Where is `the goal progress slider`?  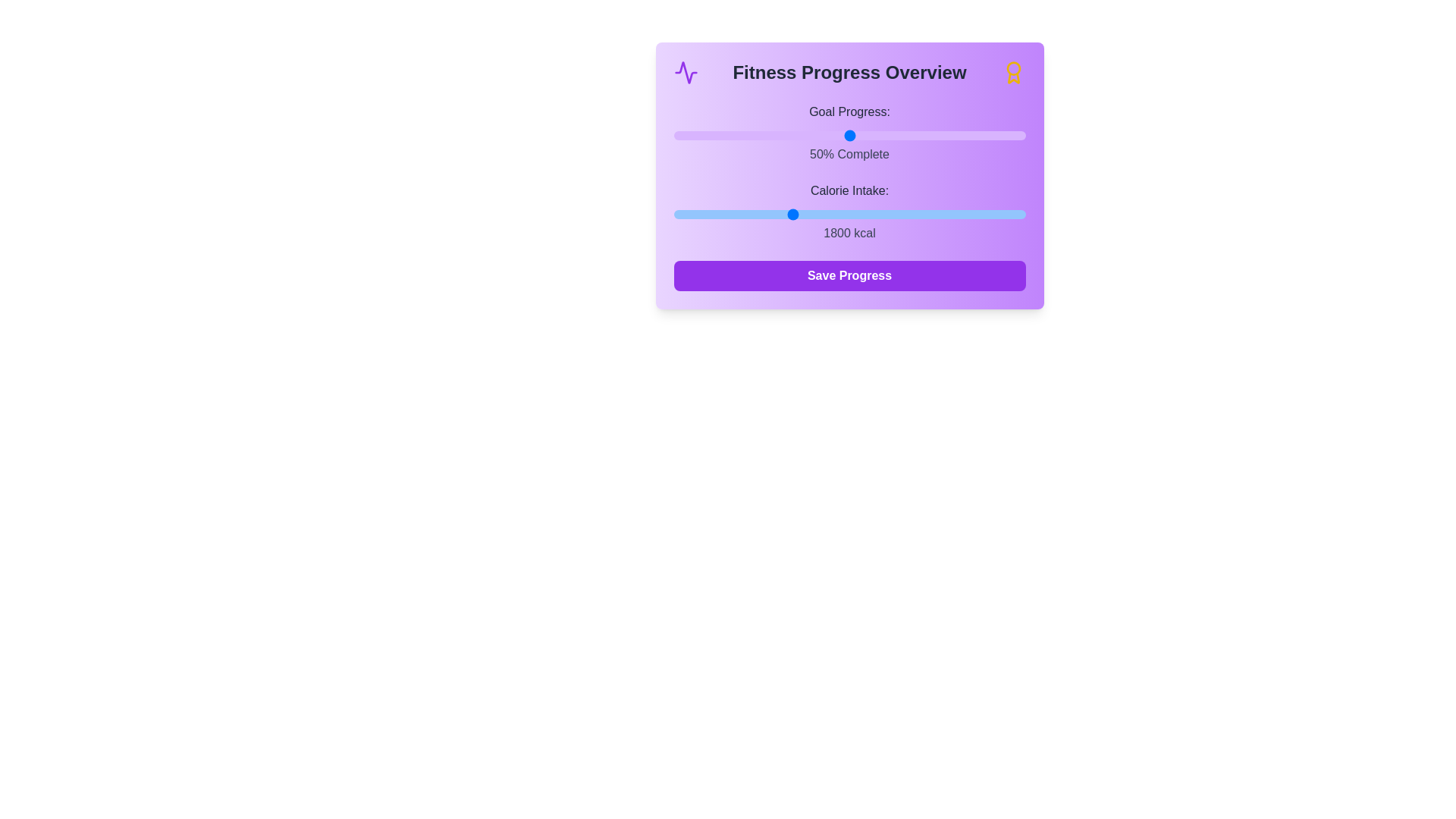
the goal progress slider is located at coordinates (803, 134).